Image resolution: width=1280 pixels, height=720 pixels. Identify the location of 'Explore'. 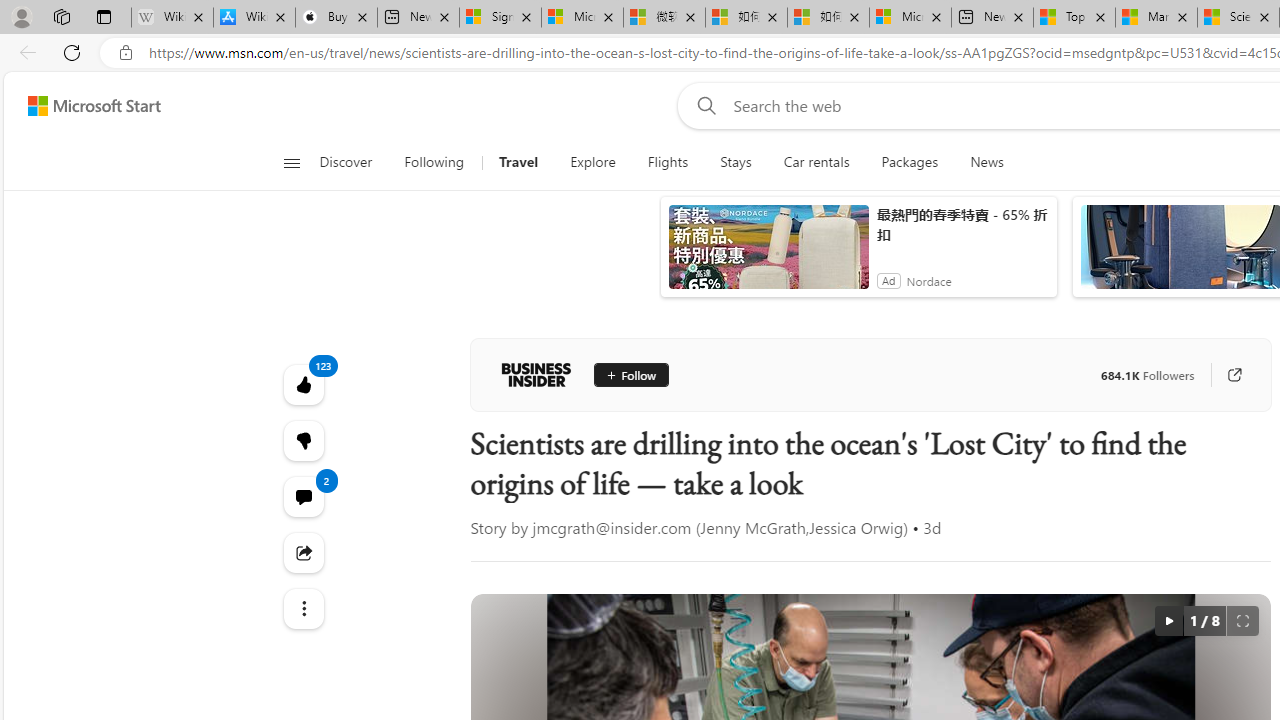
(591, 162).